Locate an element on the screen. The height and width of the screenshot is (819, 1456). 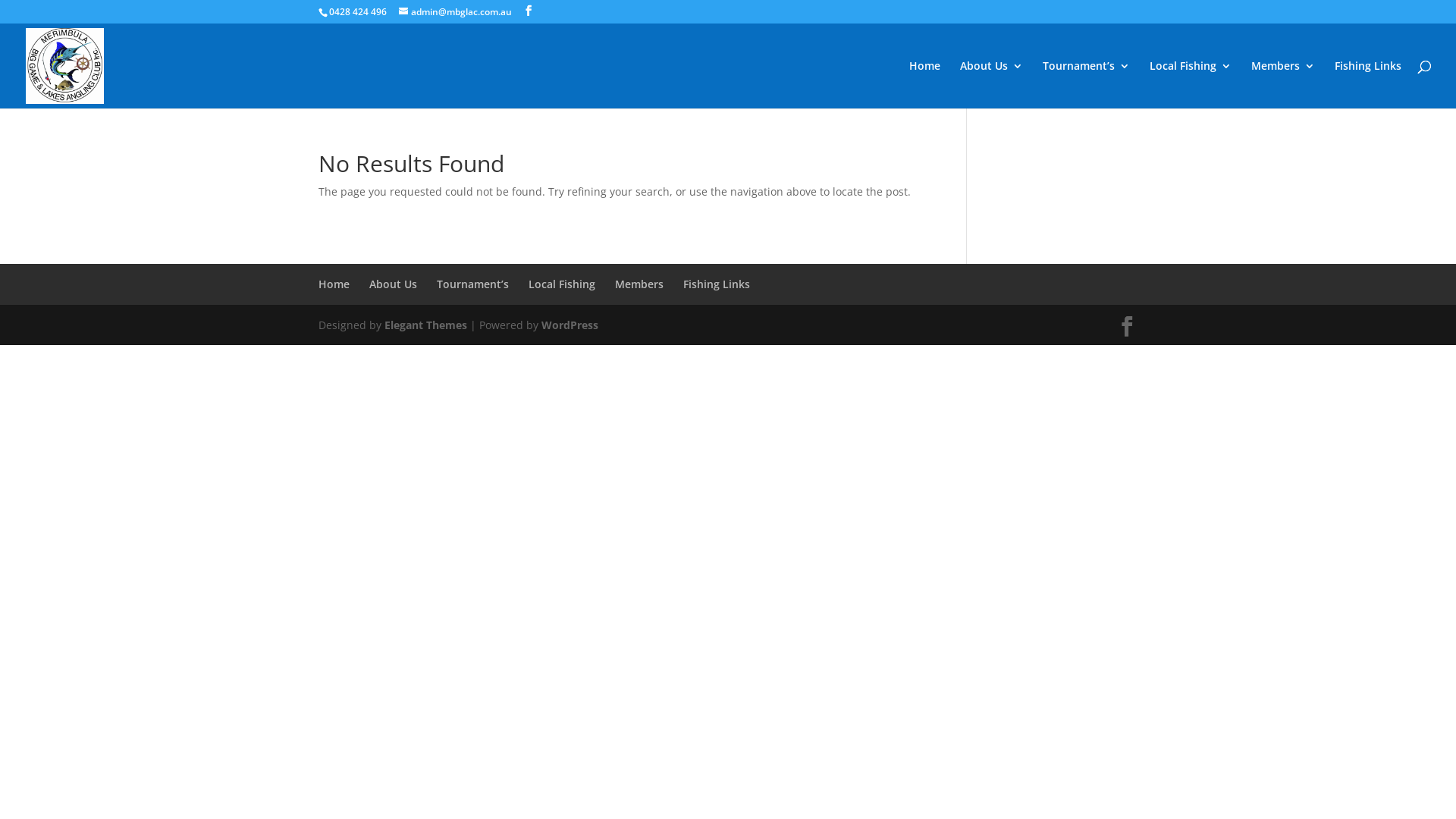
'Members' is located at coordinates (639, 284).